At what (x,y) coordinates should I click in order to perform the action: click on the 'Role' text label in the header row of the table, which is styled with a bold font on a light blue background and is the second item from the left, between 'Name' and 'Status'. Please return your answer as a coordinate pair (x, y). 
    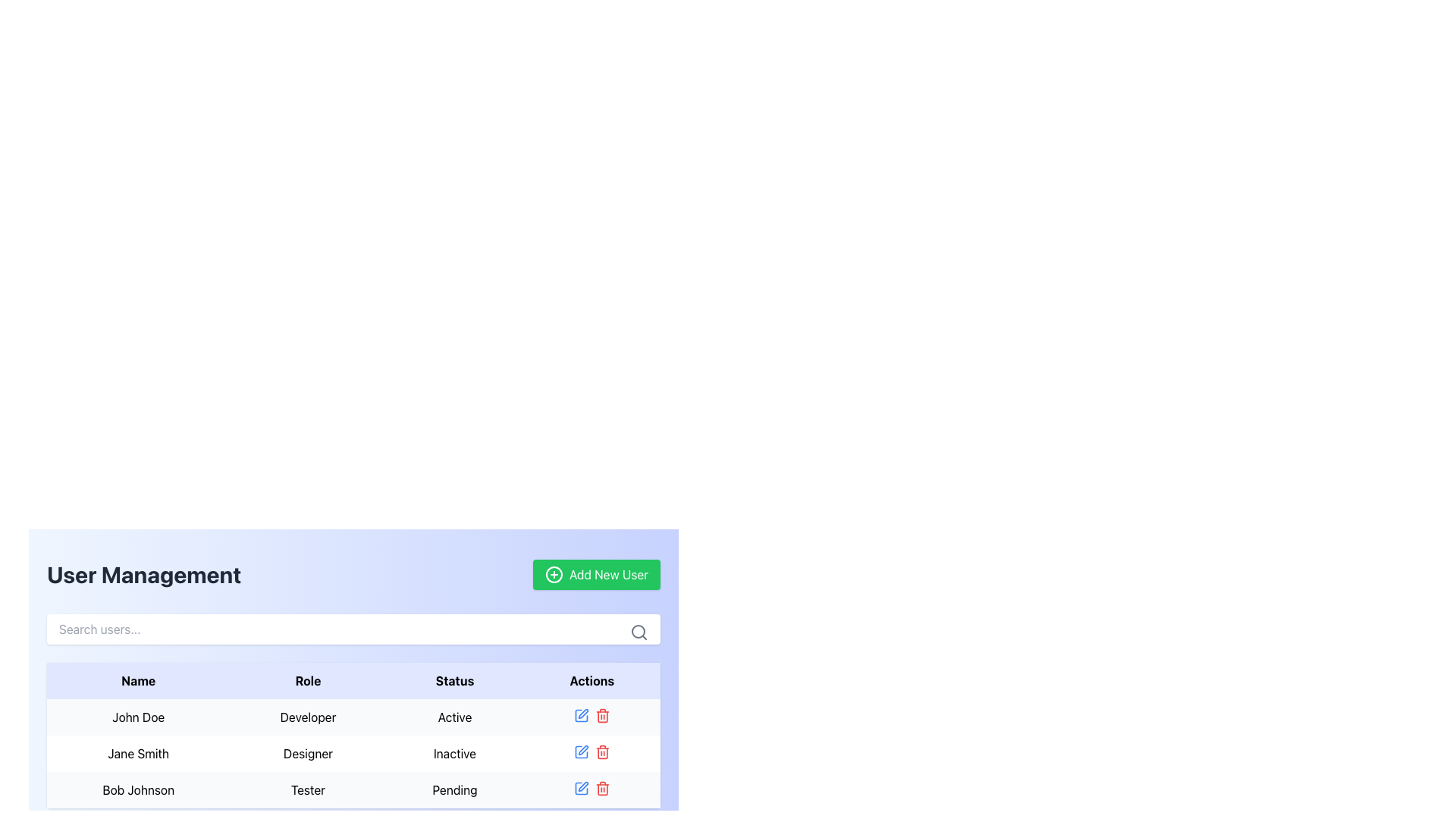
    Looking at the image, I should click on (307, 680).